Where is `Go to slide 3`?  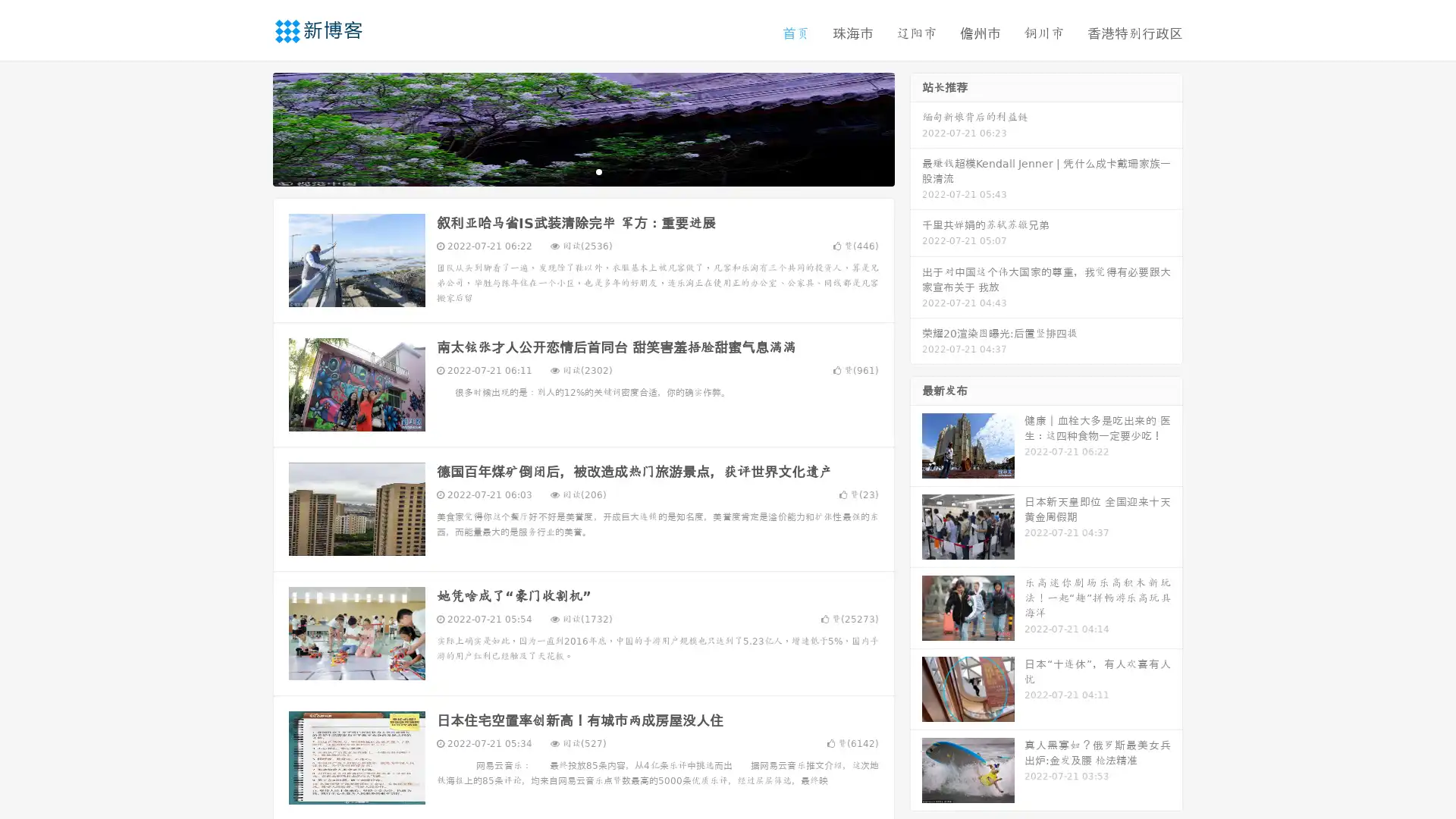
Go to slide 3 is located at coordinates (598, 171).